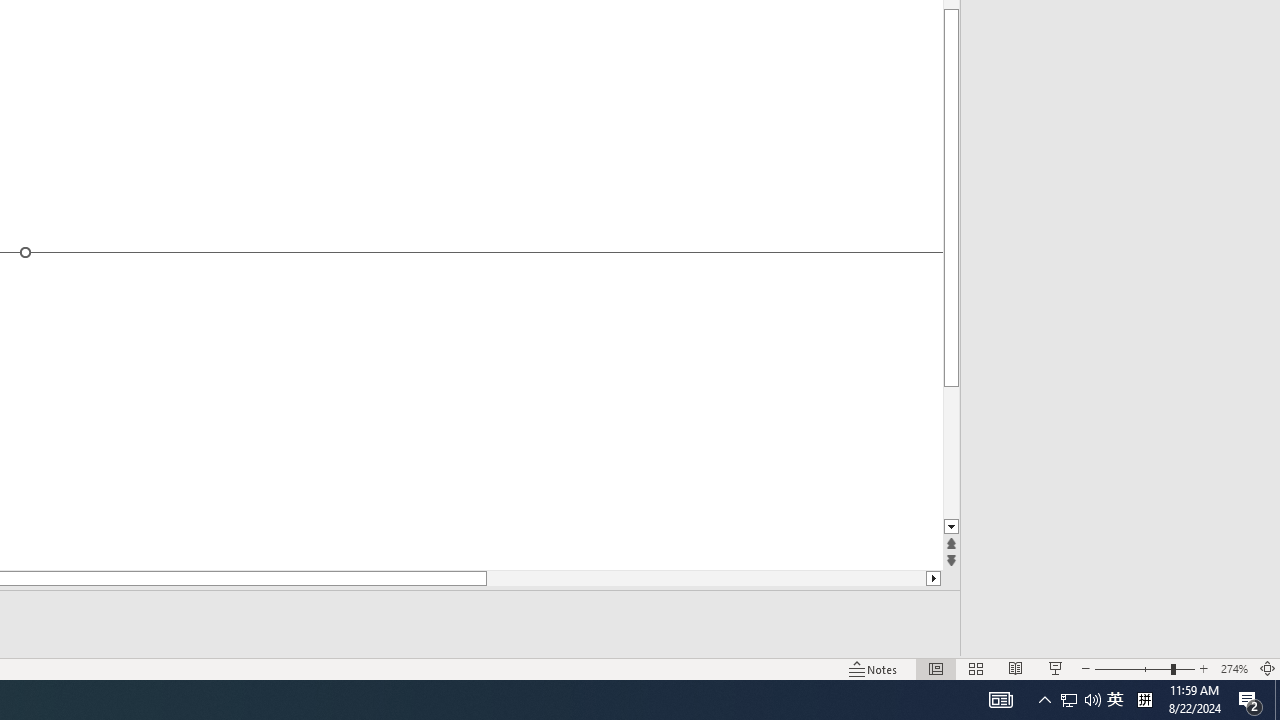  What do you see at coordinates (1233, 669) in the screenshot?
I see `'Zoom 274%'` at bounding box center [1233, 669].